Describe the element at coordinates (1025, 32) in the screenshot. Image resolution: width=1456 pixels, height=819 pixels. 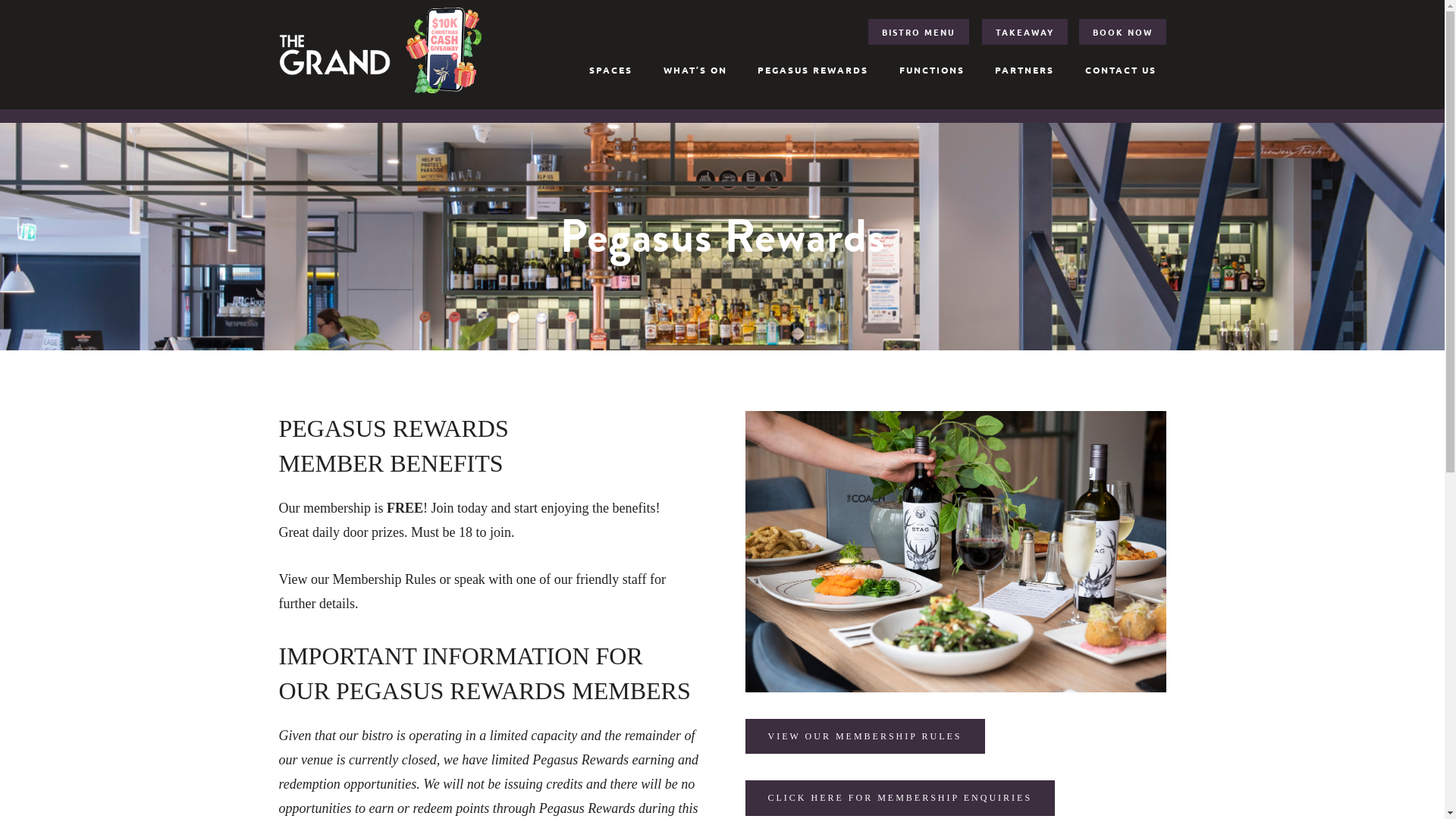
I see `'TAKEAWAY'` at that location.